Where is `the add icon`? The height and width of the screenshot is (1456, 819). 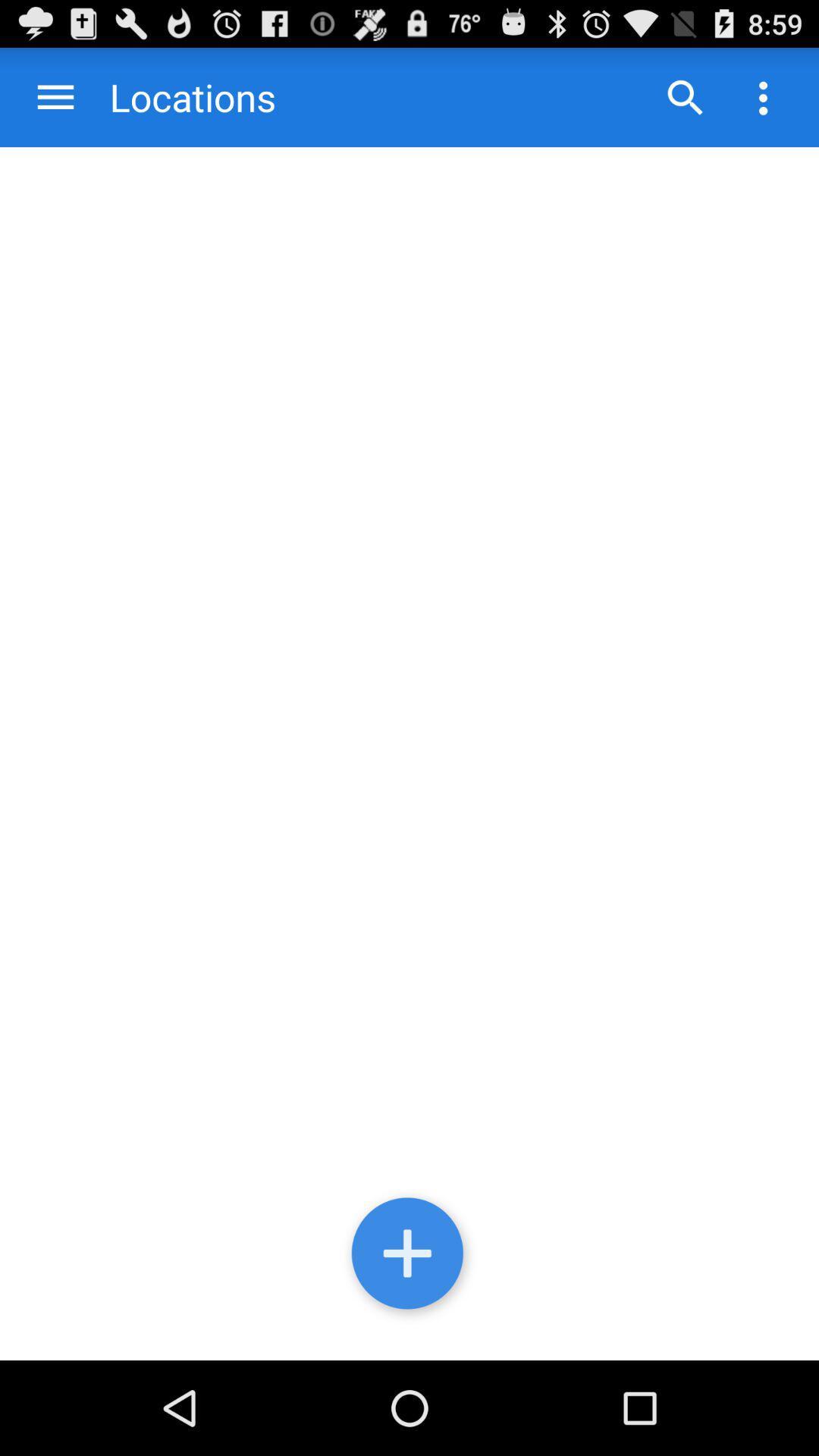 the add icon is located at coordinates (409, 1345).